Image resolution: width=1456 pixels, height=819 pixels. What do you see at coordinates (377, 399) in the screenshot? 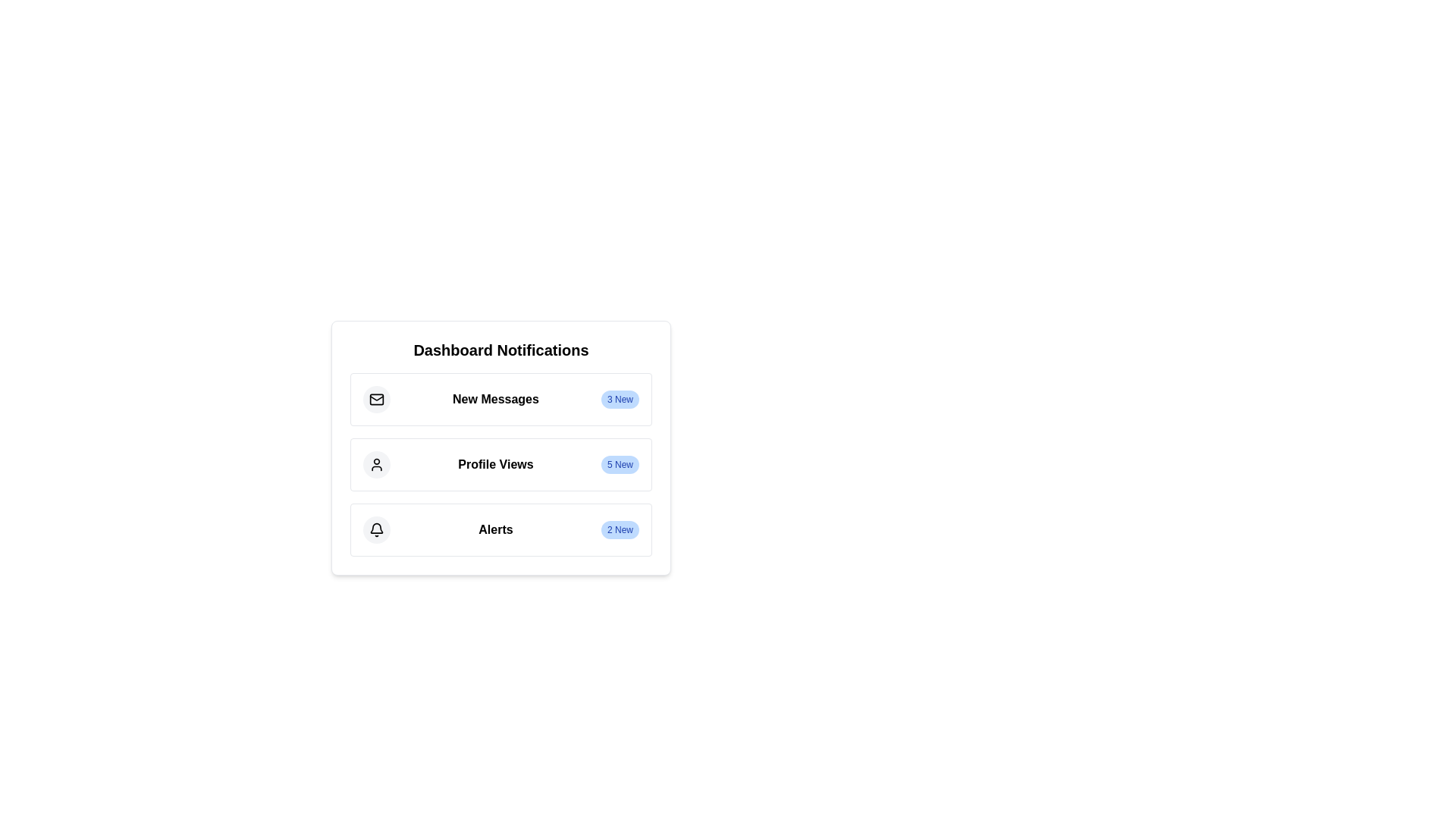
I see `the 'New Messages' icon in the topmost row of the notification list to interact with notifications` at bounding box center [377, 399].